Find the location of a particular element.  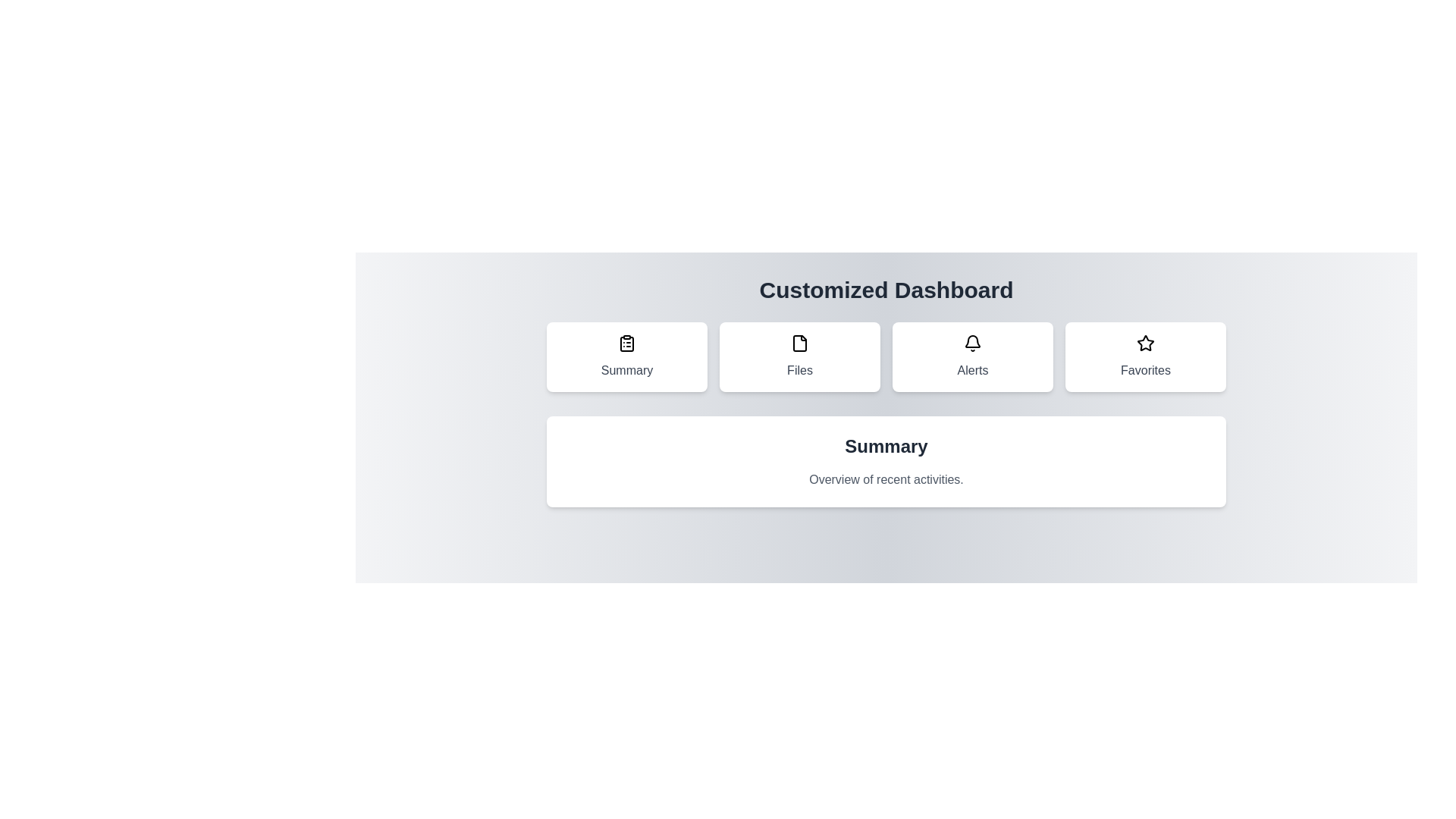

the 'Files' button is located at coordinates (799, 356).